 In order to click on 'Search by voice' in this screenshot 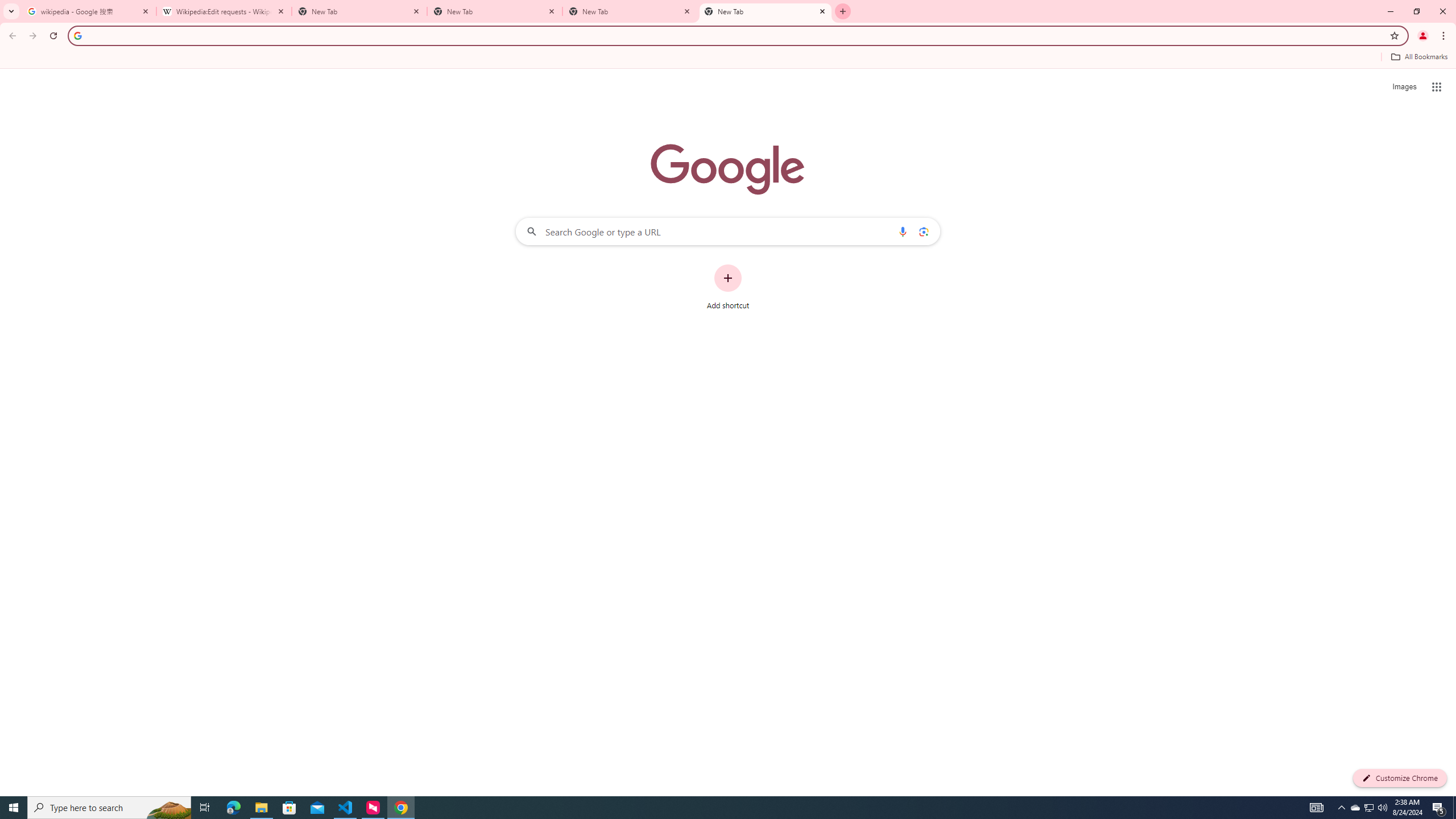, I will do `click(902, 230)`.